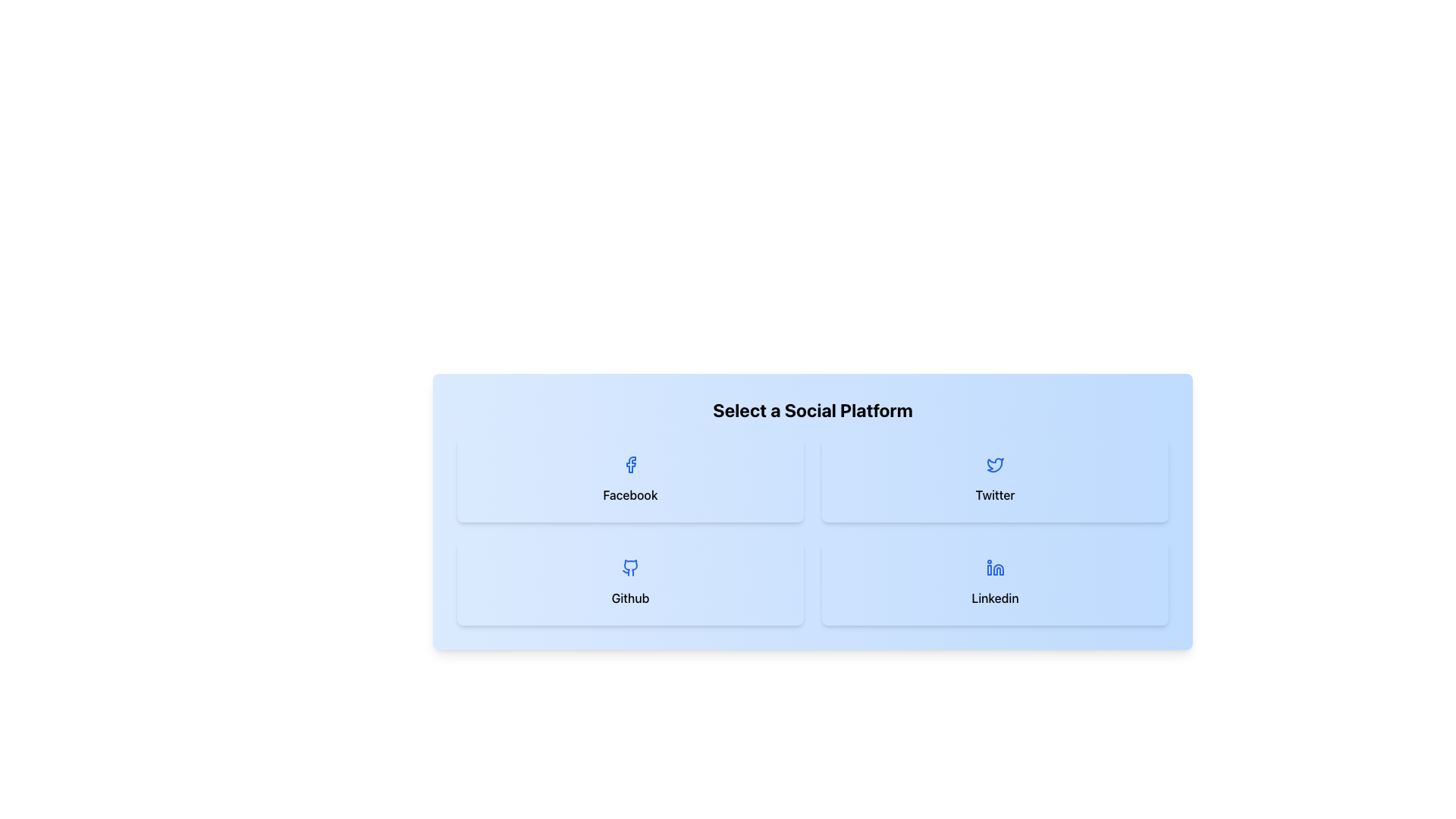 The image size is (1456, 819). What do you see at coordinates (811, 409) in the screenshot?
I see `text from the bold, large-sized headline that says 'Select a Social Platform', which is center-aligned in black font against a light blue gradient background` at bounding box center [811, 409].